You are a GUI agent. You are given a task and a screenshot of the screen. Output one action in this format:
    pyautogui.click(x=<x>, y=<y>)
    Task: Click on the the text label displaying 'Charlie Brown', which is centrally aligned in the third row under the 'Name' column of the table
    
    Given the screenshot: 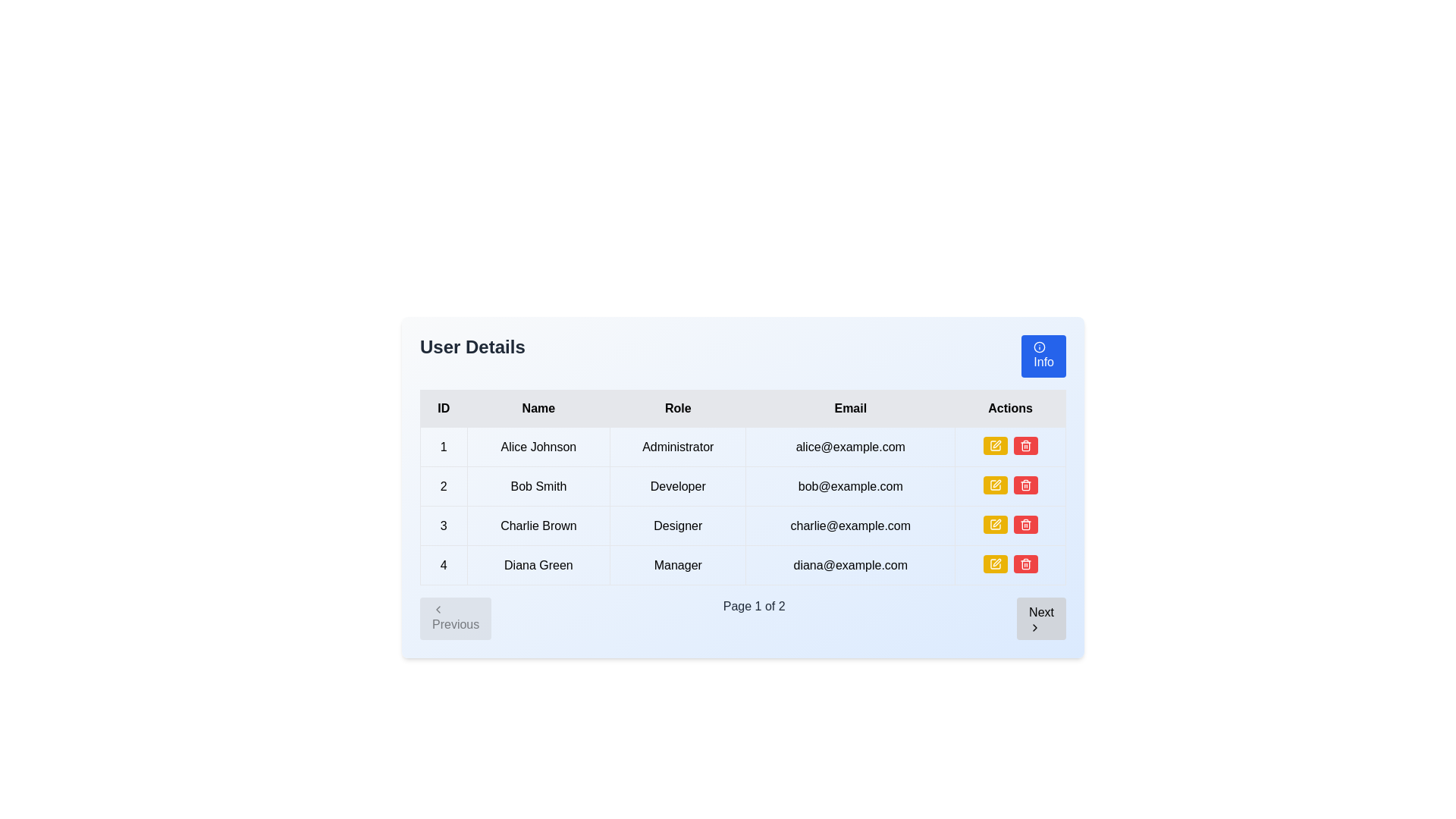 What is the action you would take?
    pyautogui.click(x=538, y=525)
    